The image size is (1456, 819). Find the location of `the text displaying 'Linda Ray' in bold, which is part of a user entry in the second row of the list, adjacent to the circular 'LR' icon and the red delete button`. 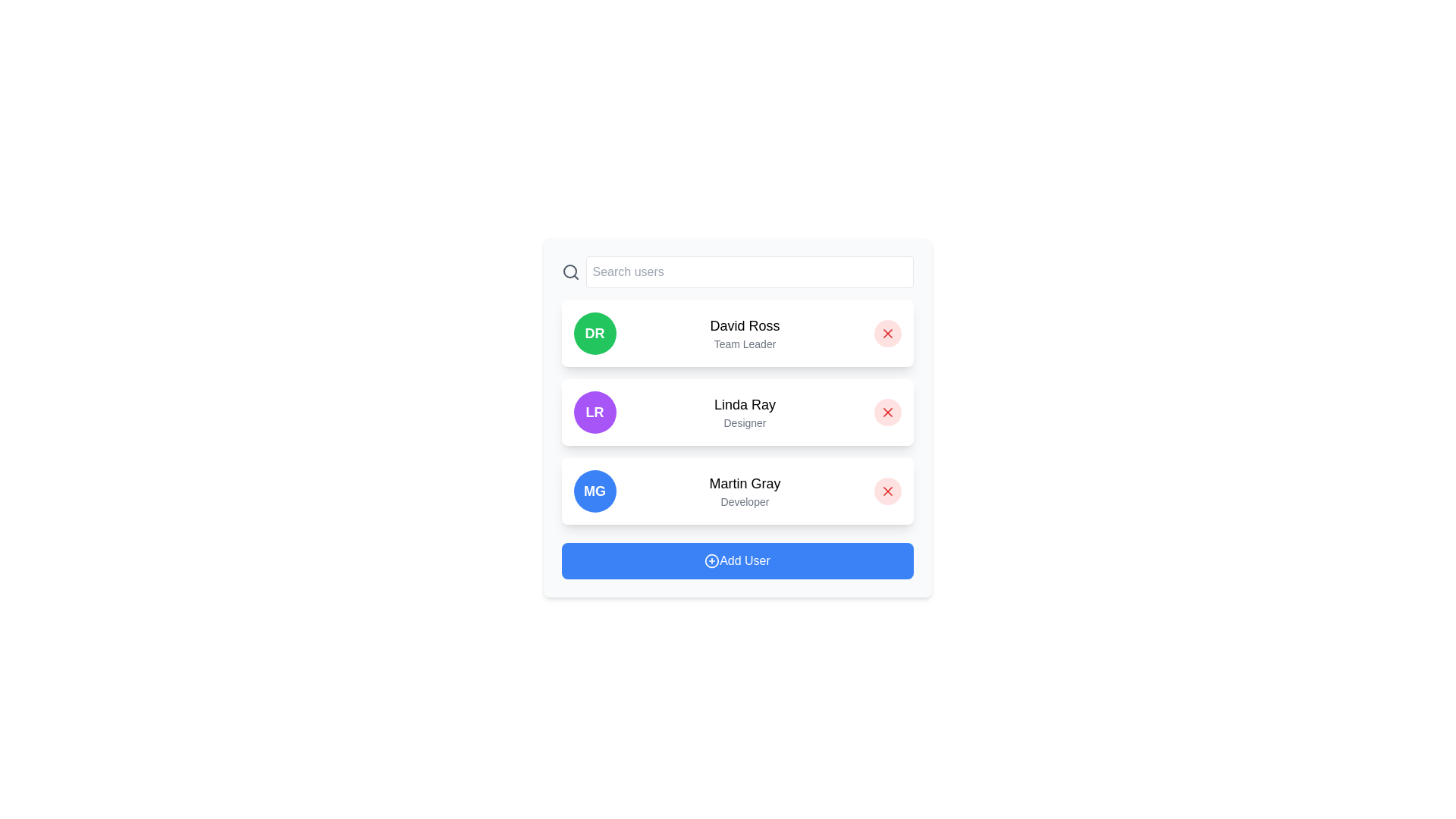

the text displaying 'Linda Ray' in bold, which is part of a user entry in the second row of the list, adjacent to the circular 'LR' icon and the red delete button is located at coordinates (745, 412).